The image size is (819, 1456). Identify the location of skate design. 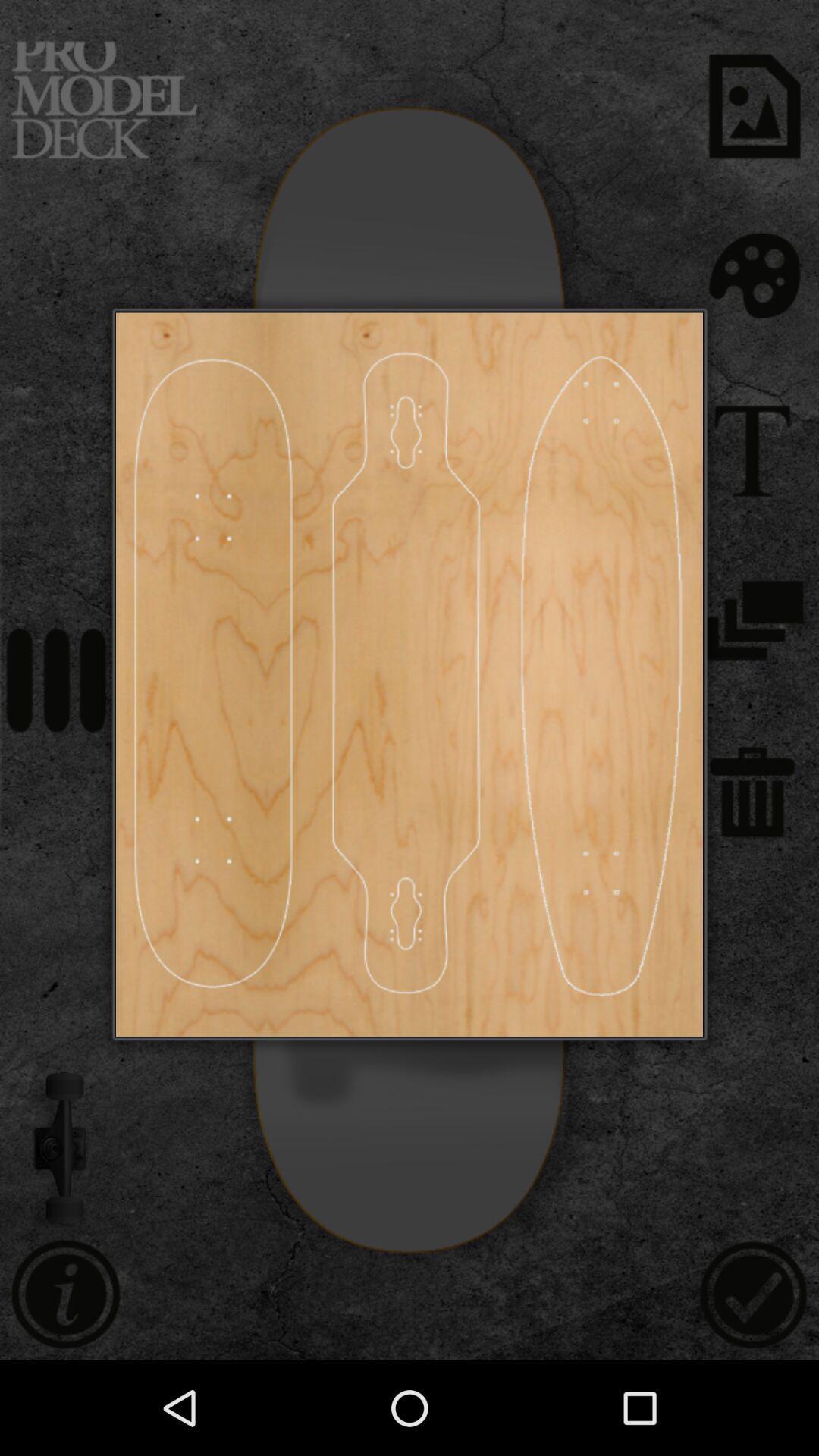
(600, 673).